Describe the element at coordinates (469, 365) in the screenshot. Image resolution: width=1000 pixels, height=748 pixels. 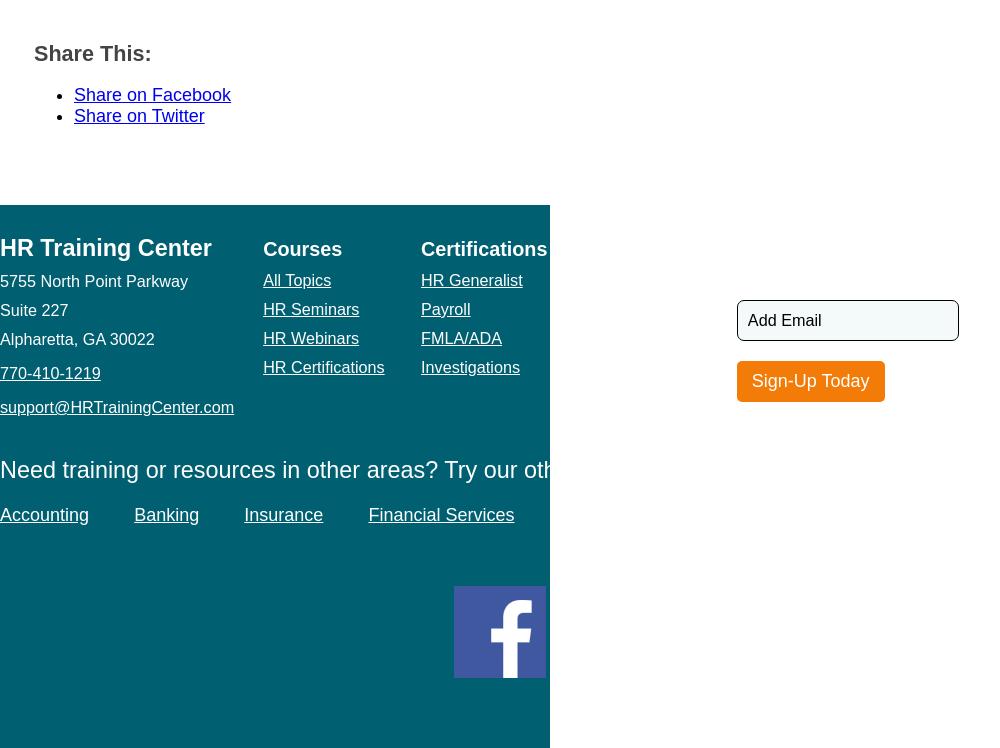
I see `'Investigations'` at that location.